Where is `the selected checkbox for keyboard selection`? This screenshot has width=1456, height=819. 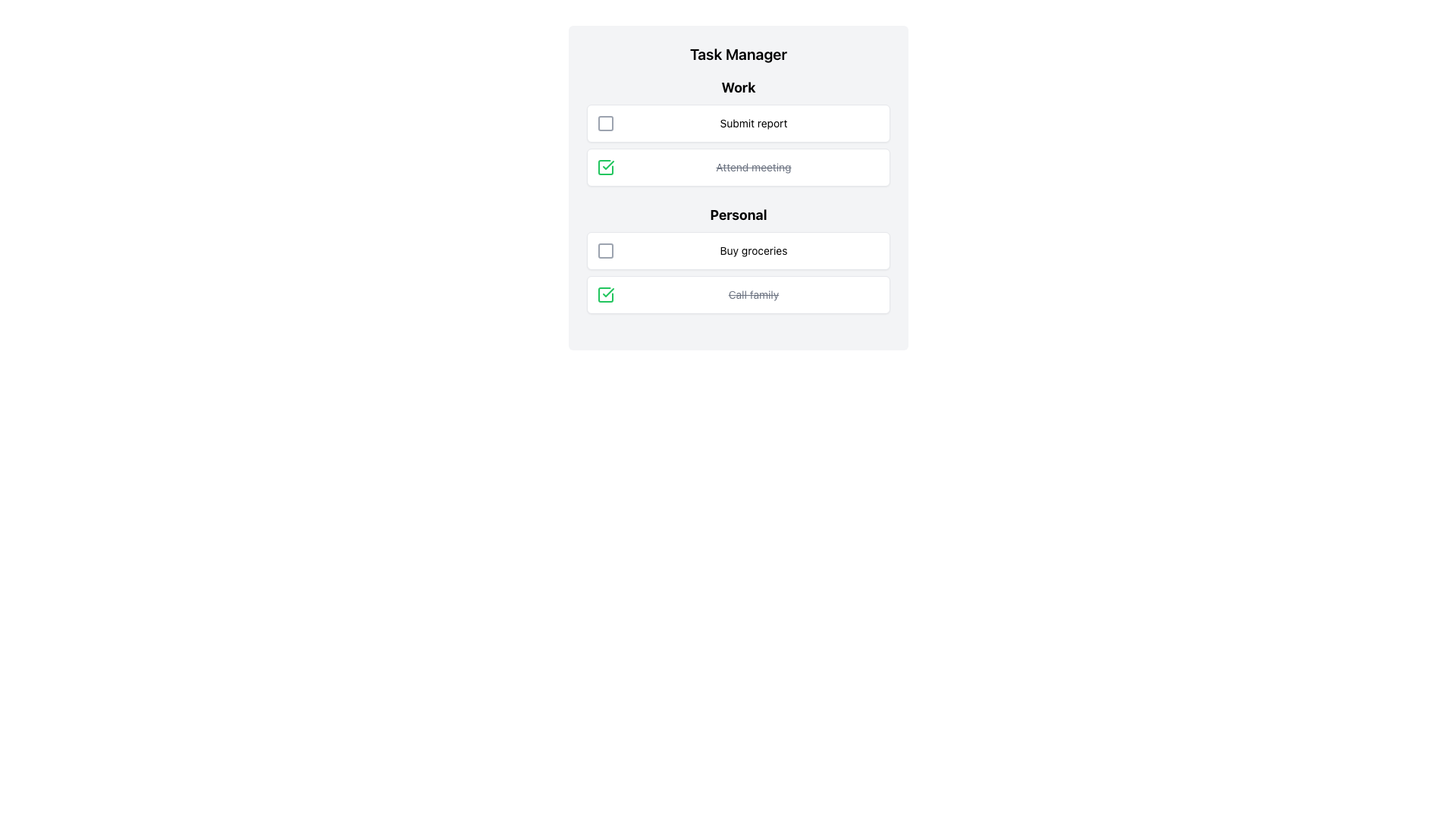
the selected checkbox for keyboard selection is located at coordinates (604, 295).